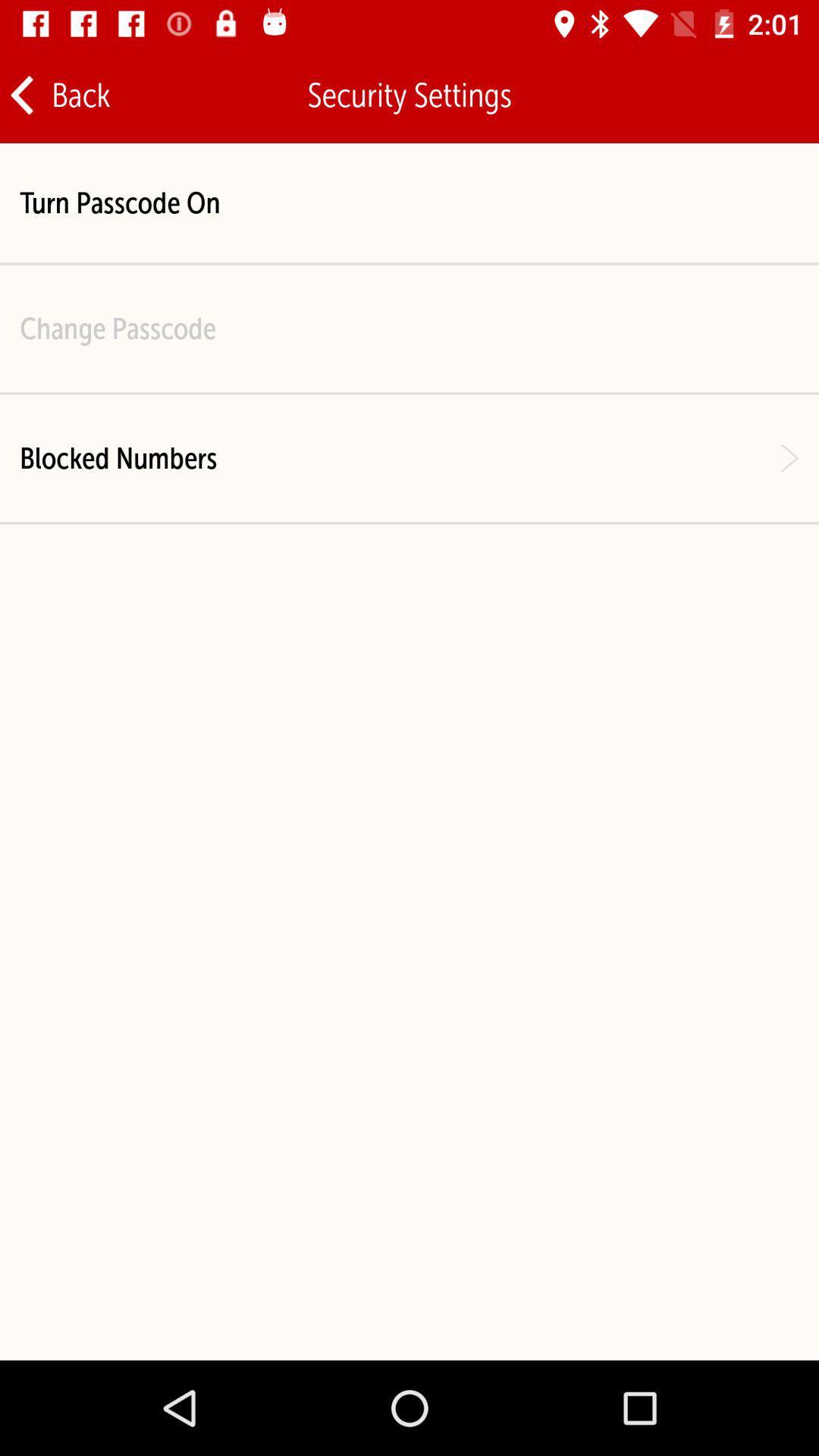 The width and height of the screenshot is (819, 1456). I want to click on icon below the turn passcode on item, so click(117, 328).